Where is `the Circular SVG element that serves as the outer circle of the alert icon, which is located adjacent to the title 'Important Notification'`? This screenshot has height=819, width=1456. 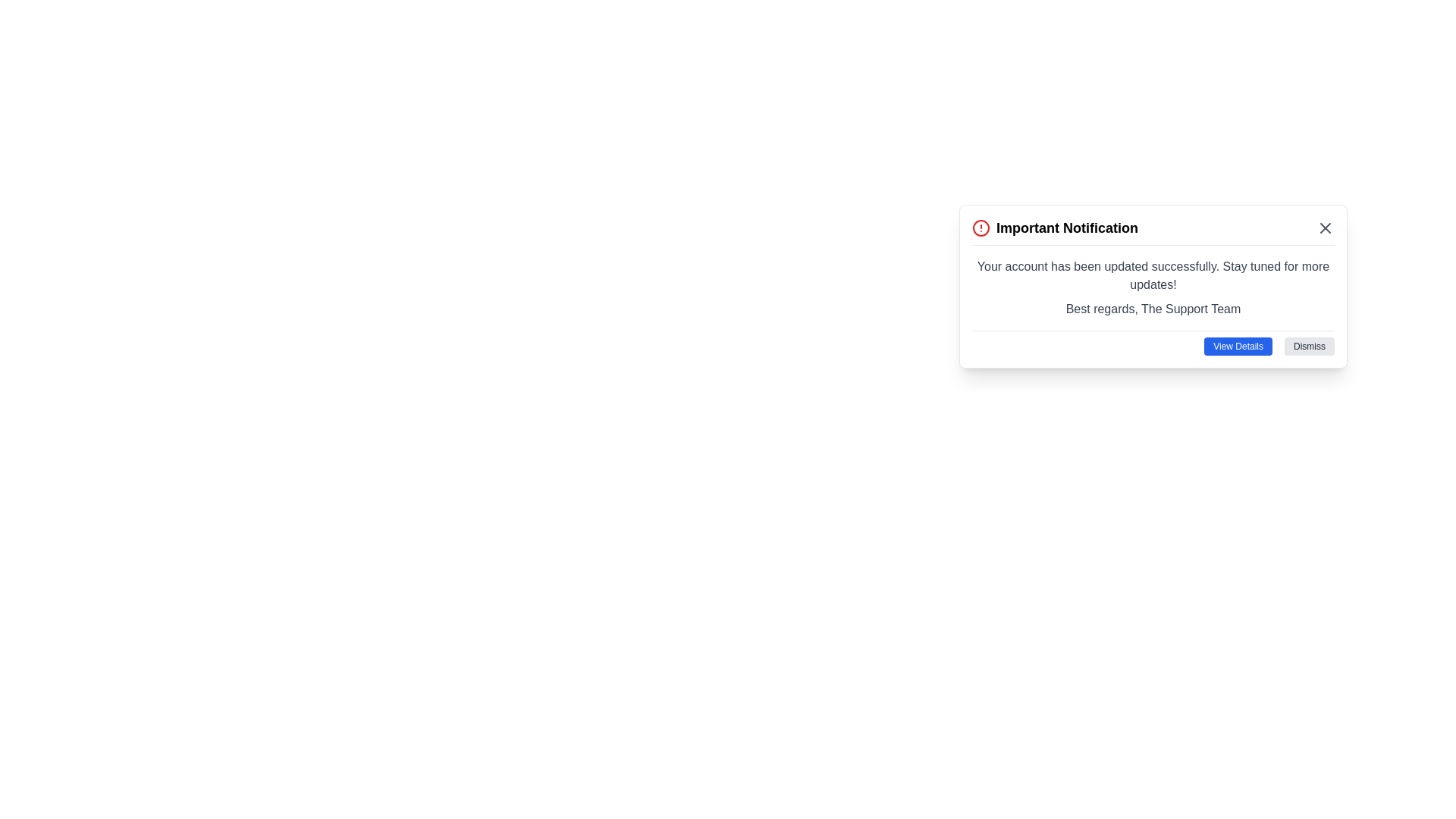 the Circular SVG element that serves as the outer circle of the alert icon, which is located adjacent to the title 'Important Notification' is located at coordinates (981, 227).